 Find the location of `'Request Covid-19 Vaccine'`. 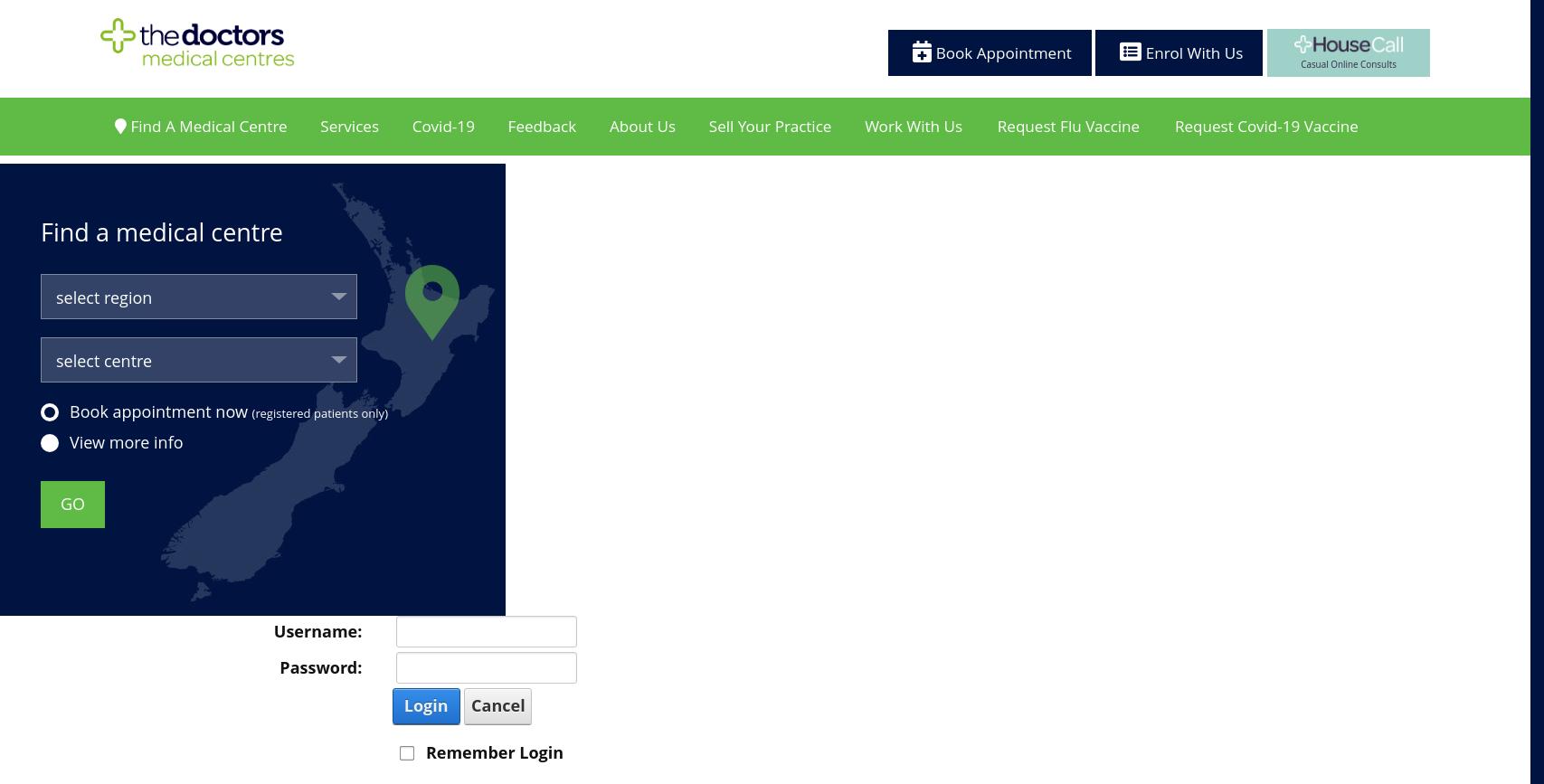

'Request Covid-19 Vaccine' is located at coordinates (1265, 140).